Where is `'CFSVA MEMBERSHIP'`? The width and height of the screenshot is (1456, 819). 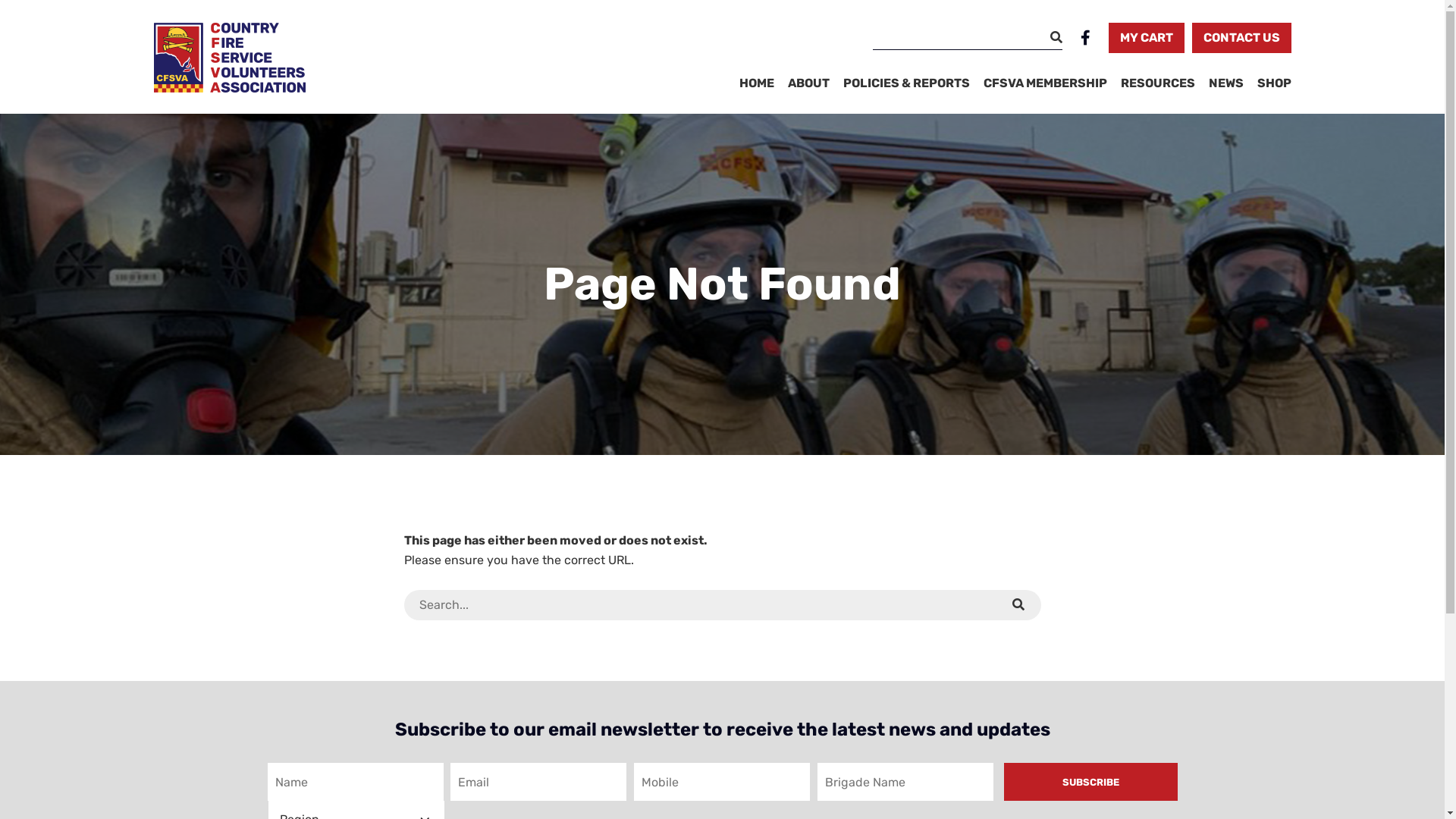
'CFSVA MEMBERSHIP' is located at coordinates (1043, 83).